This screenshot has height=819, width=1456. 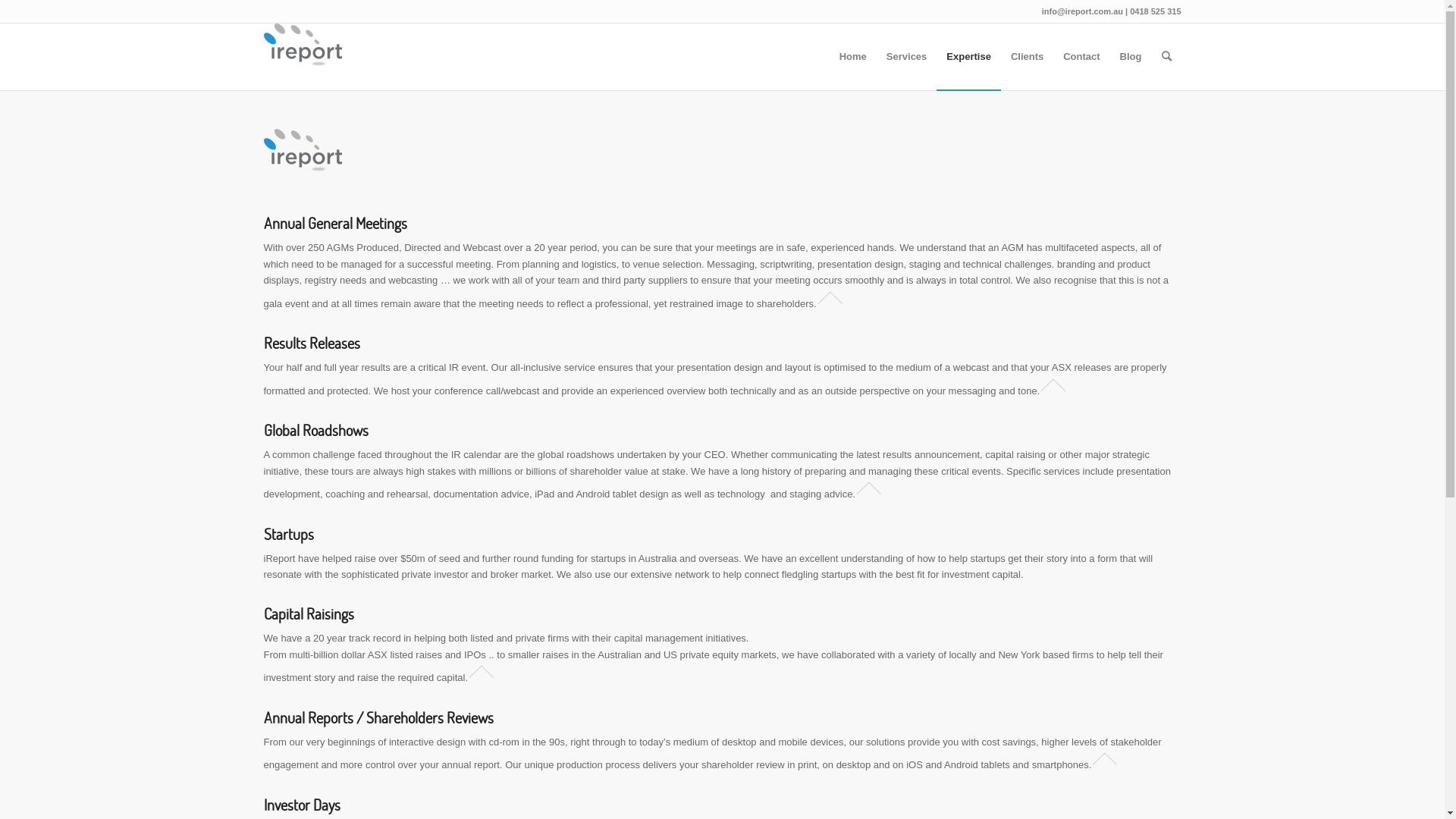 I want to click on 'Contact', so click(x=1052, y=55).